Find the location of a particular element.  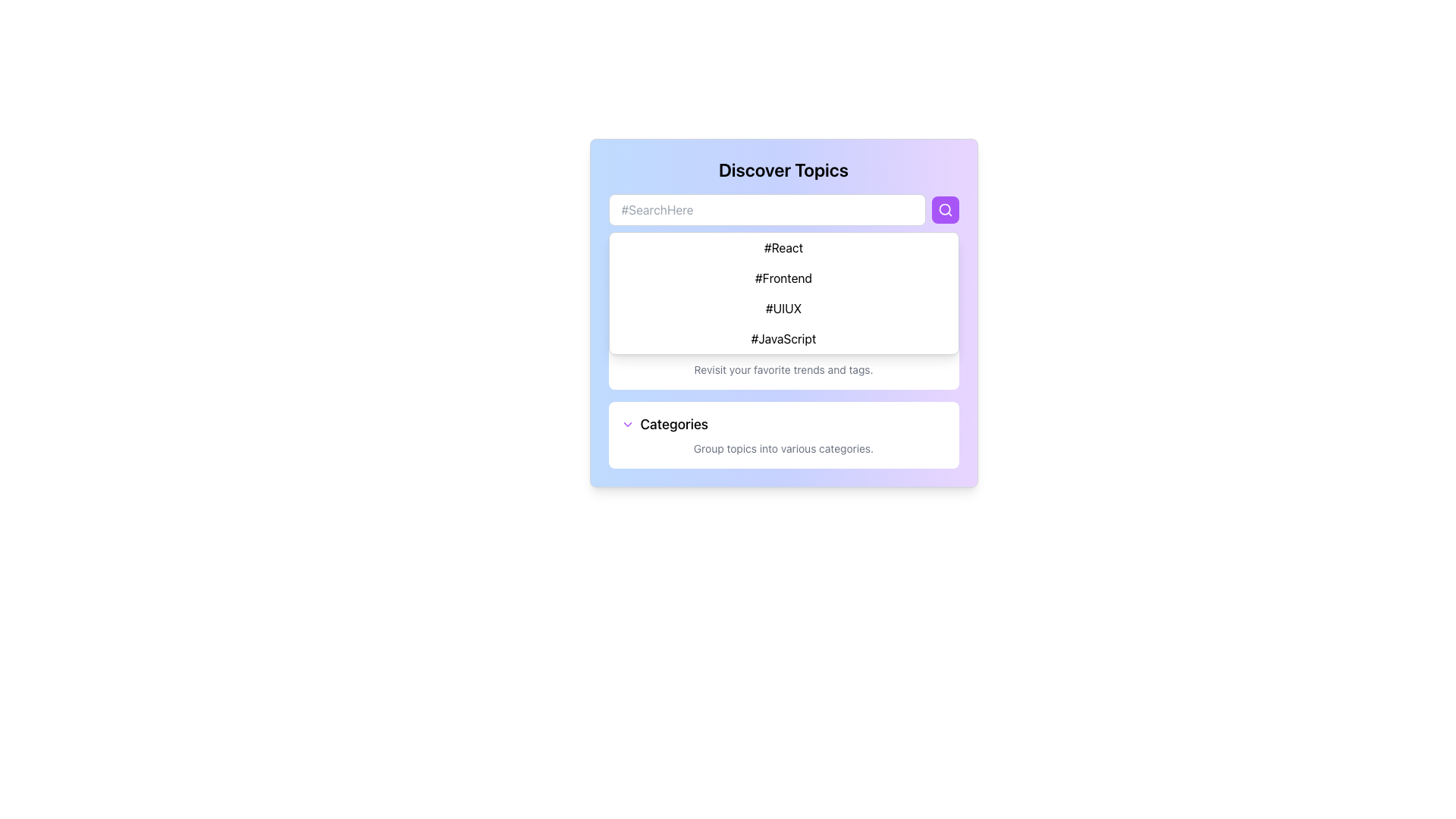

the second Text Label in the dropdown titled 'Discover Topics' is located at coordinates (783, 278).